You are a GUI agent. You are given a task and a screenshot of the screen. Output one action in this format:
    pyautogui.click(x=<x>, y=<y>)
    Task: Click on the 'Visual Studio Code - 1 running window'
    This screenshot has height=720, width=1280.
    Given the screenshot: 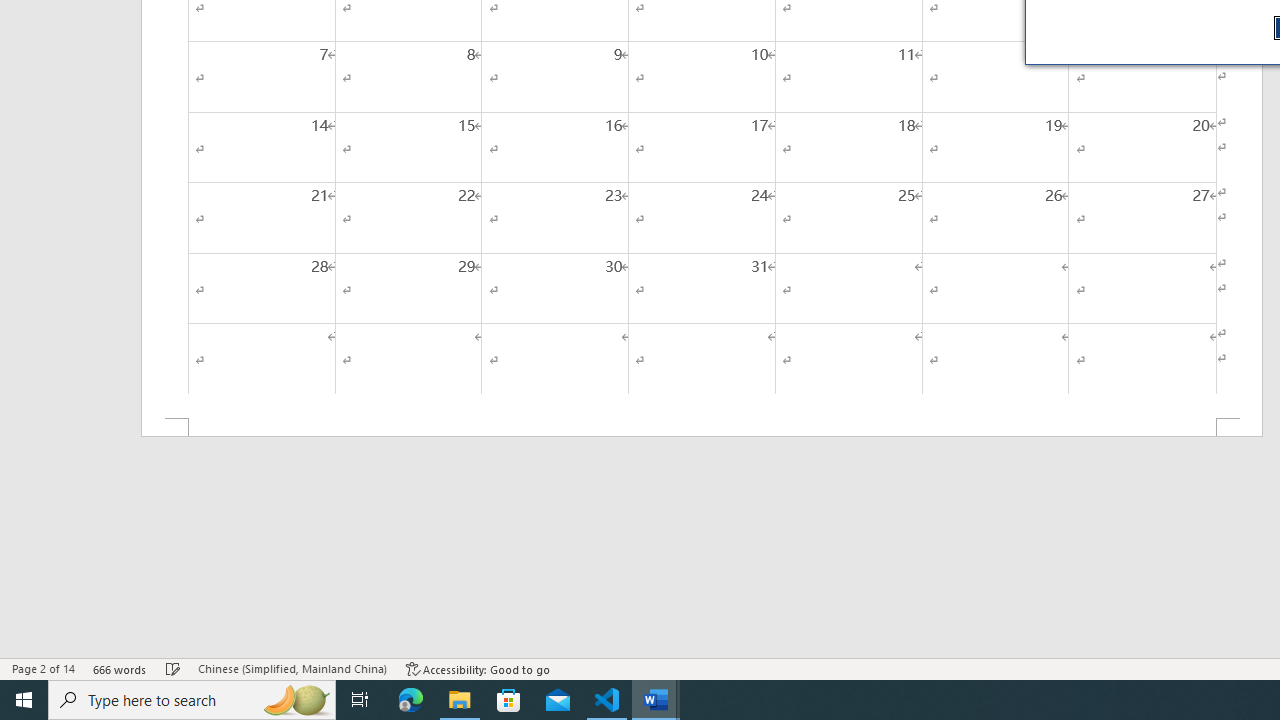 What is the action you would take?
    pyautogui.click(x=606, y=698)
    